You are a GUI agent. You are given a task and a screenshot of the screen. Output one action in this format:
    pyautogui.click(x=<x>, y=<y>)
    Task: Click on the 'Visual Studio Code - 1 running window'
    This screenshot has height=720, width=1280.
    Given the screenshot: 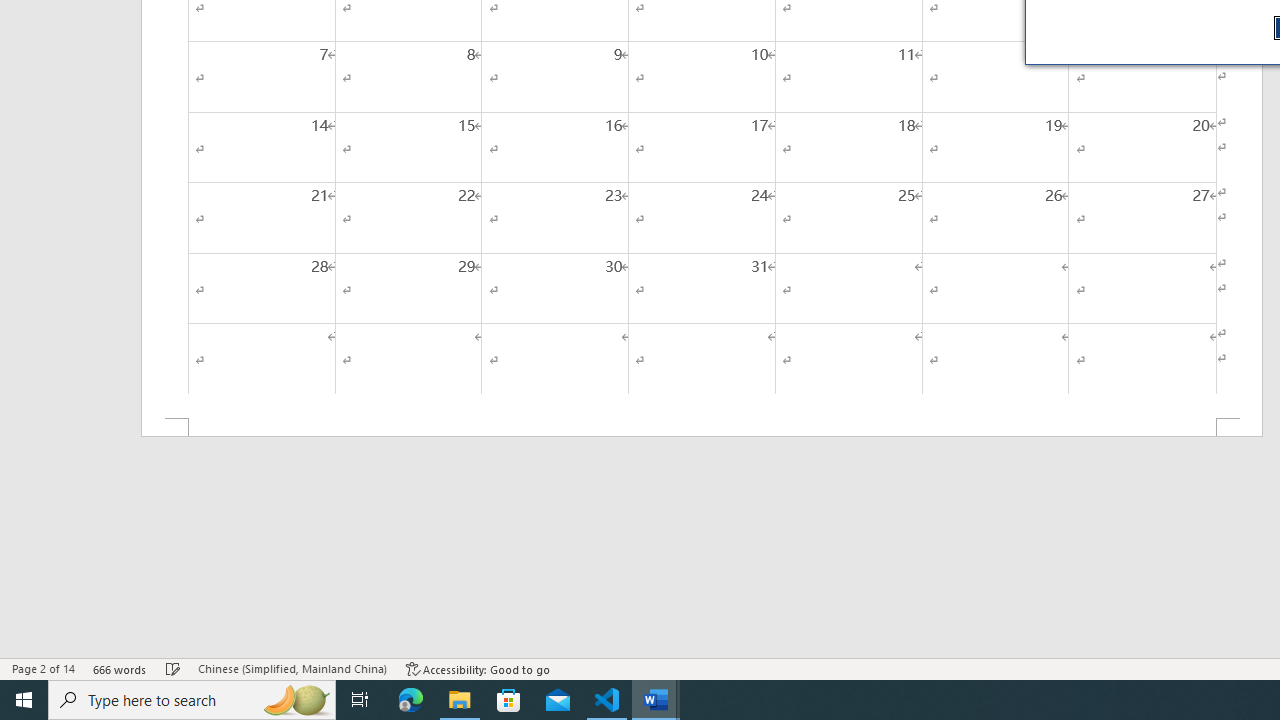 What is the action you would take?
    pyautogui.click(x=606, y=698)
    